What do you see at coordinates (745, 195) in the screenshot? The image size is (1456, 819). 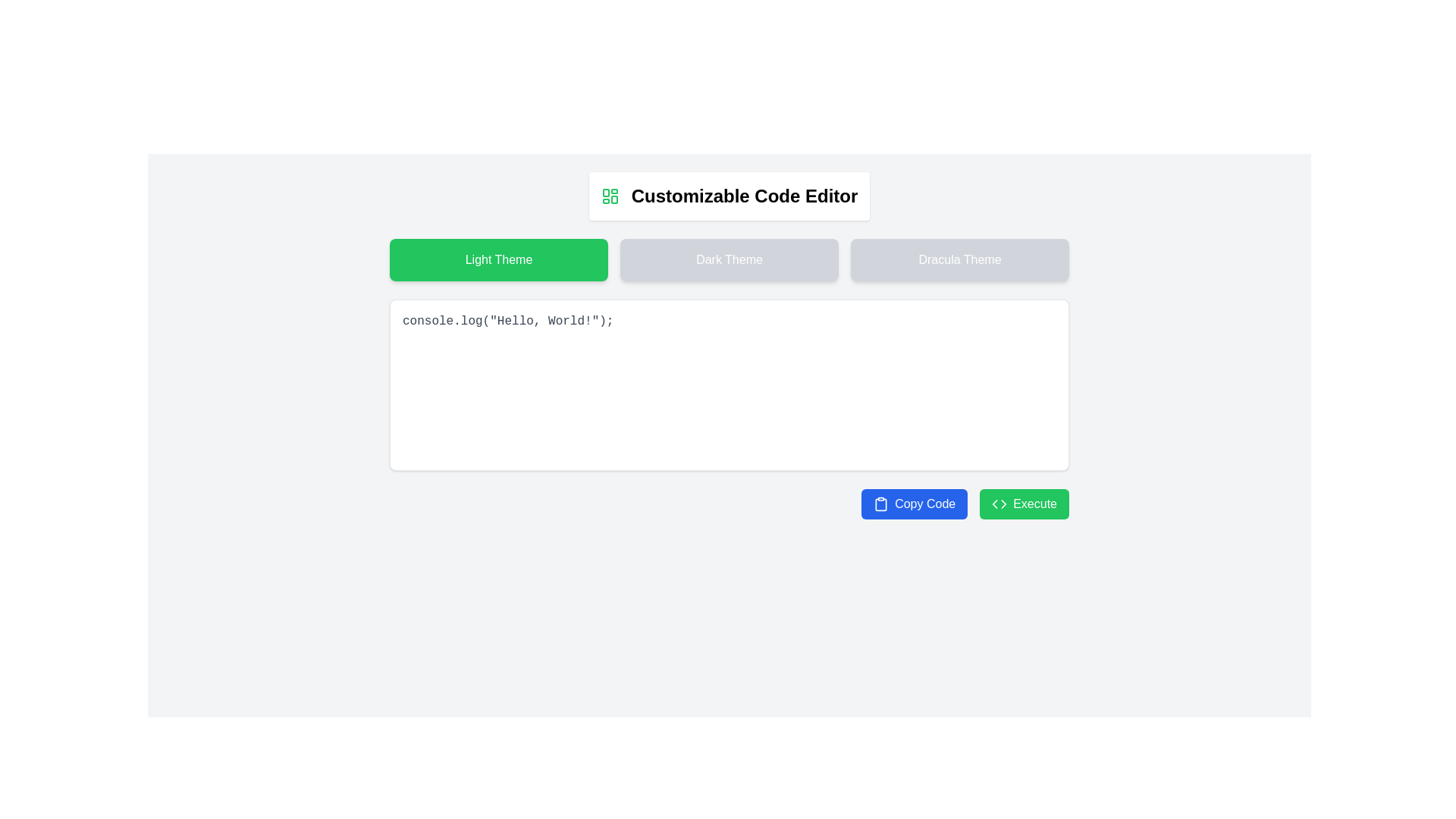 I see `the Text label that serves as the title for the section, located within the top section of a rectangular card component, immediately to the right of the layout dashboard icon` at bounding box center [745, 195].